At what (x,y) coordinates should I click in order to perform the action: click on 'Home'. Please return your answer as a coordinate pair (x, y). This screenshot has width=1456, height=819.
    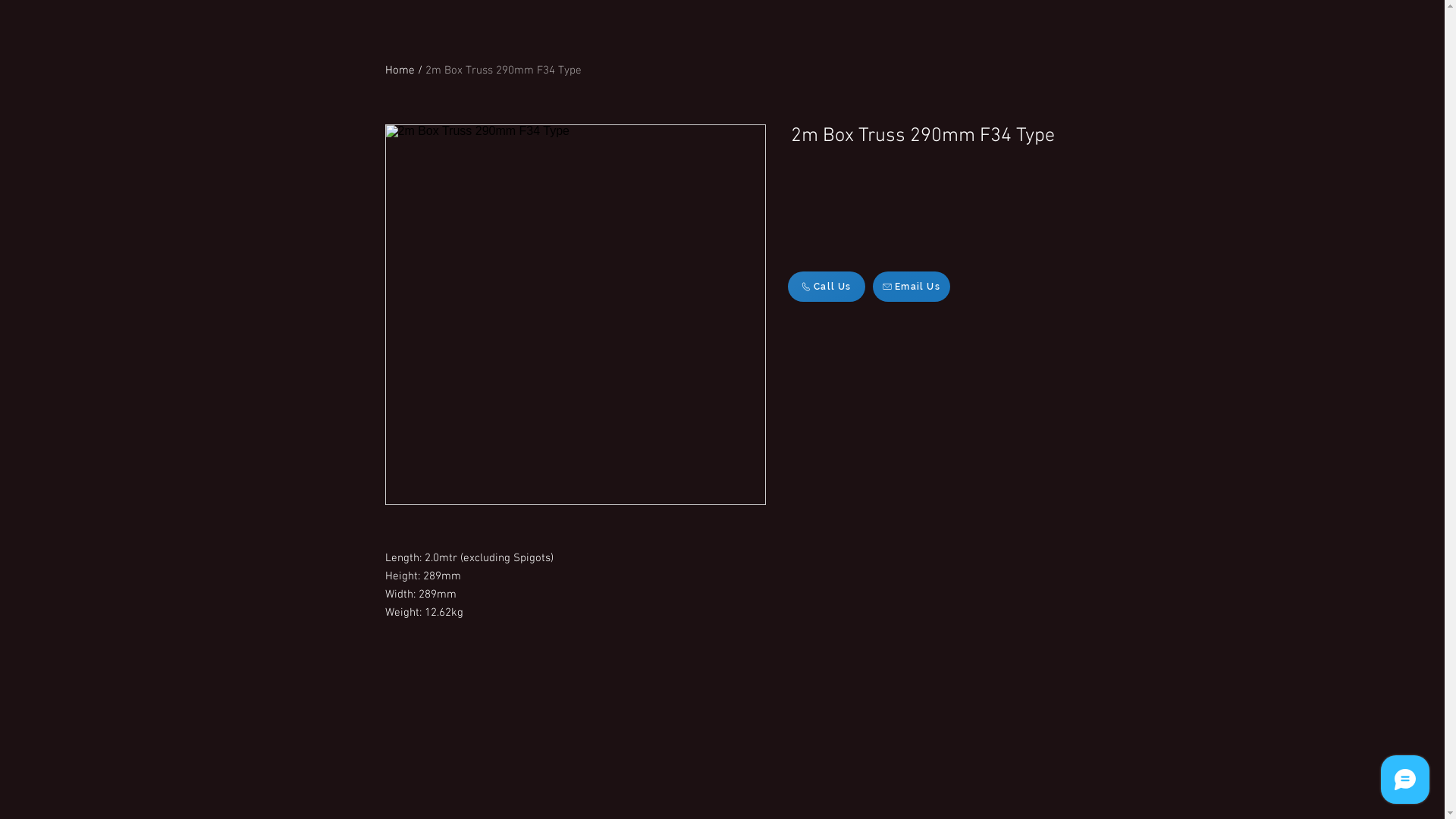
    Looking at the image, I should click on (400, 70).